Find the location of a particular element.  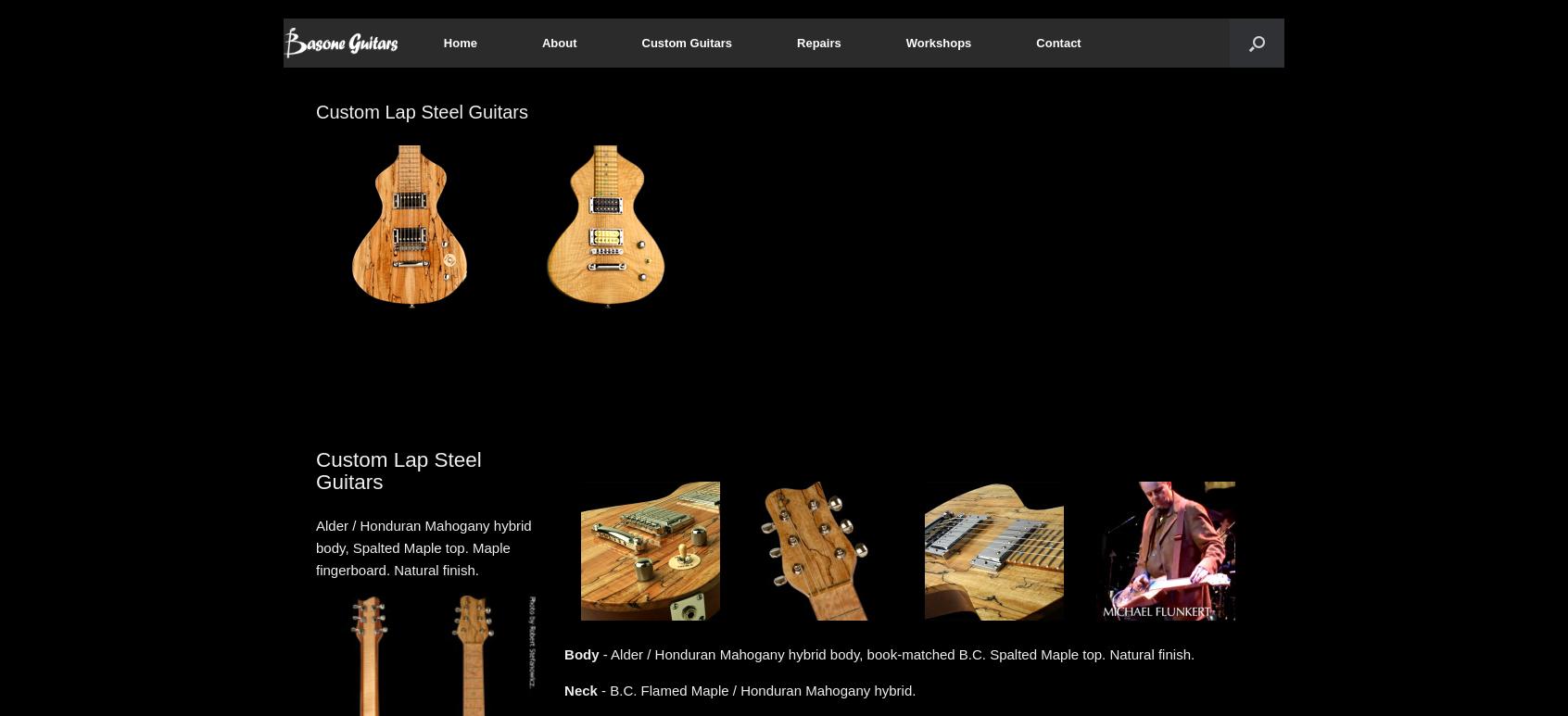

'About' is located at coordinates (558, 42).